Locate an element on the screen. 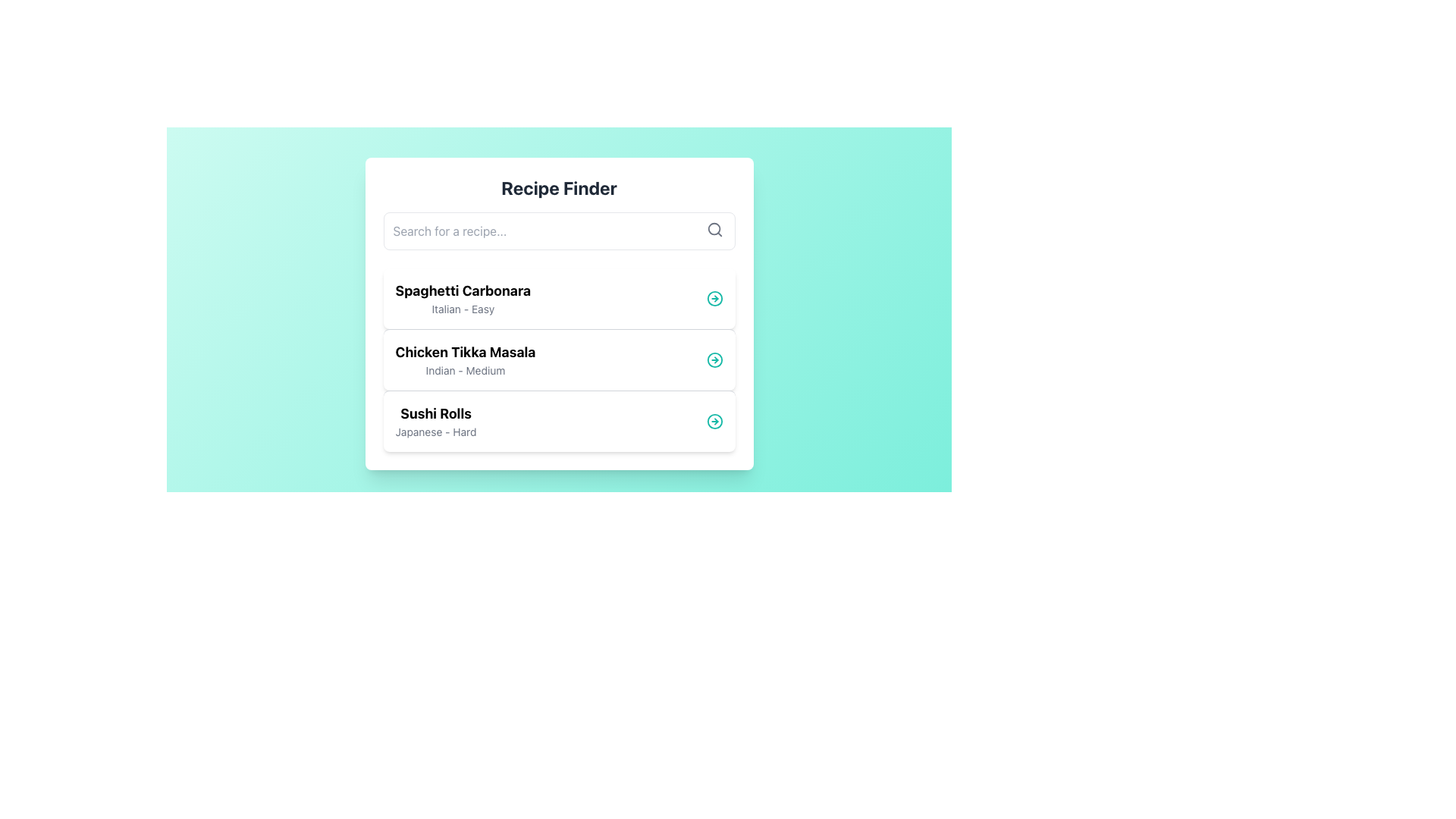 The width and height of the screenshot is (1456, 819). the icon button associated with the 'Chicken Tikka Masala' list entry is located at coordinates (714, 359).